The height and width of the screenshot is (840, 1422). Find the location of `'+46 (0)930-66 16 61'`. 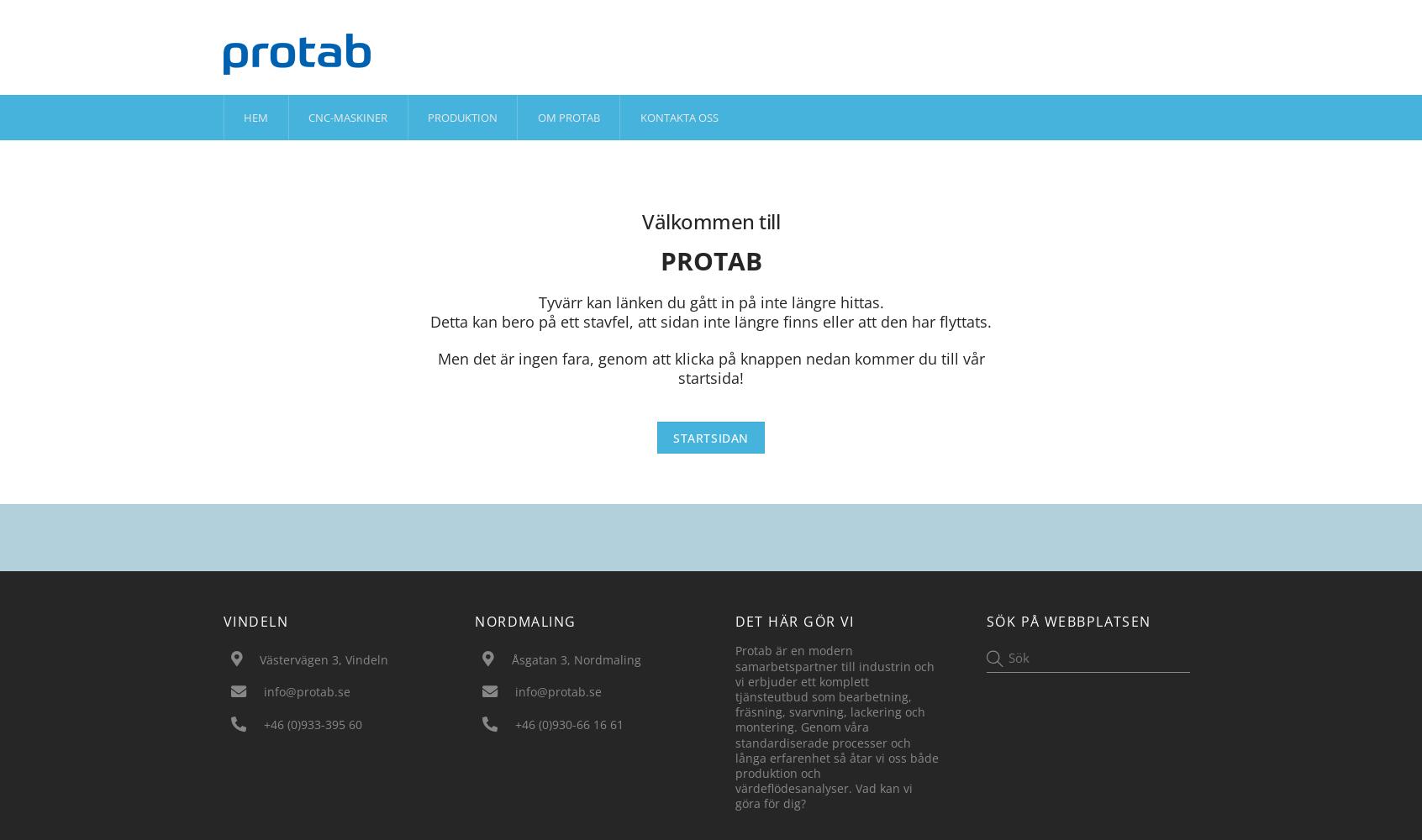

'+46 (0)930-66 16 61' is located at coordinates (569, 722).